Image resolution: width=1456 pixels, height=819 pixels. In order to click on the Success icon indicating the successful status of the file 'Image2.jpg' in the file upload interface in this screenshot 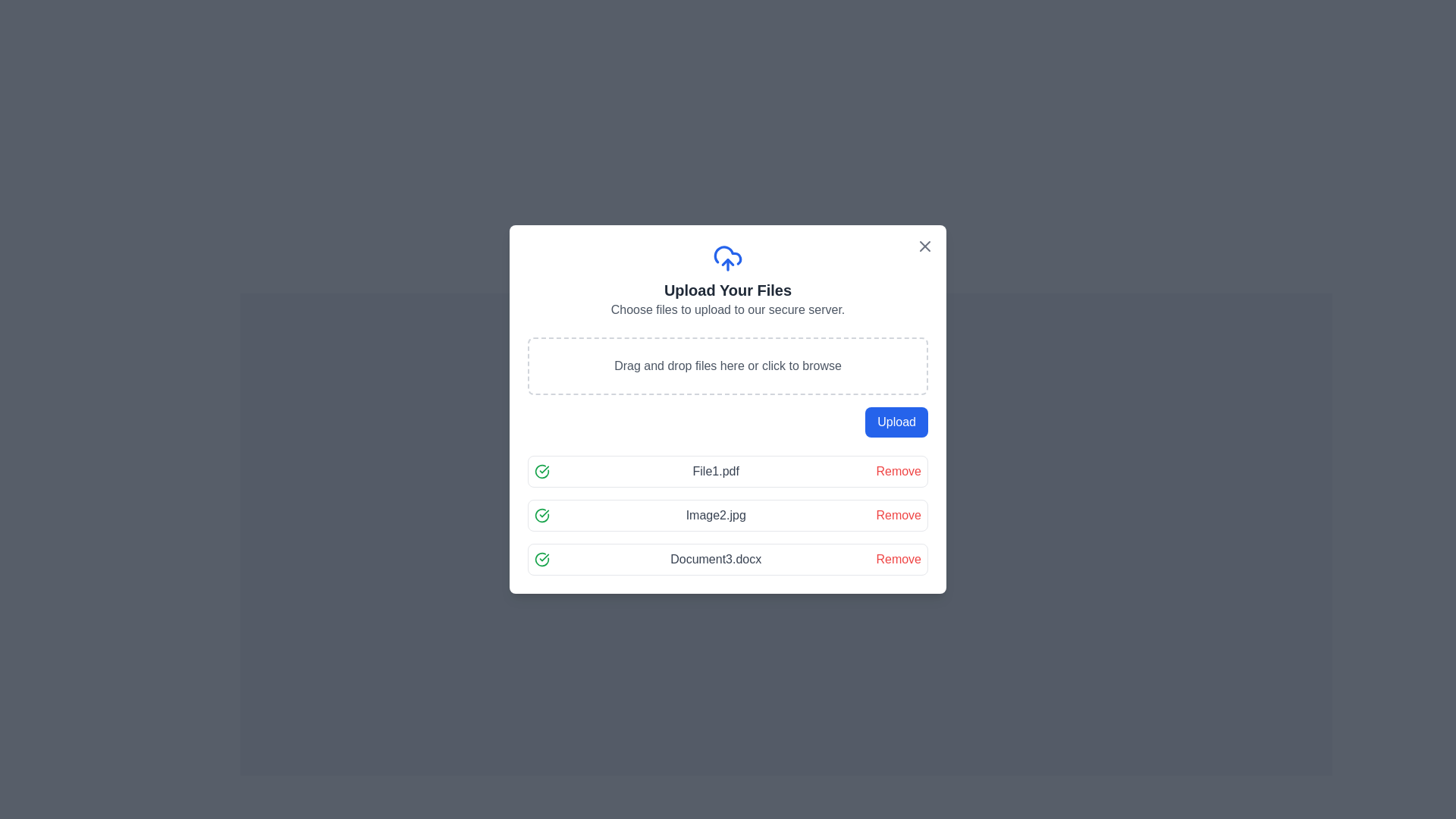, I will do `click(542, 514)`.